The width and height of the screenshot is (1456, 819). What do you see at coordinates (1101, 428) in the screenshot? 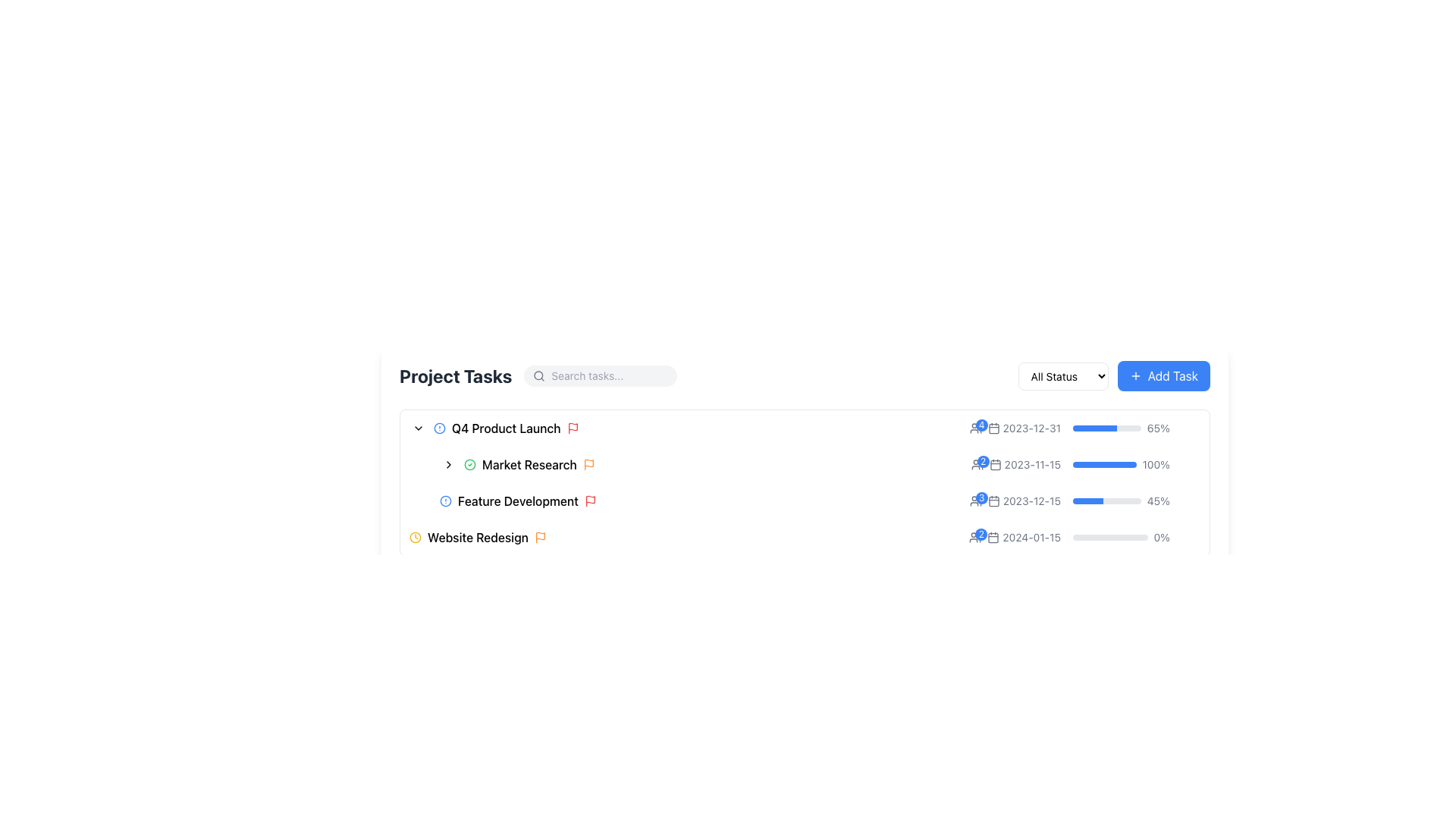
I see `task completion` at bounding box center [1101, 428].